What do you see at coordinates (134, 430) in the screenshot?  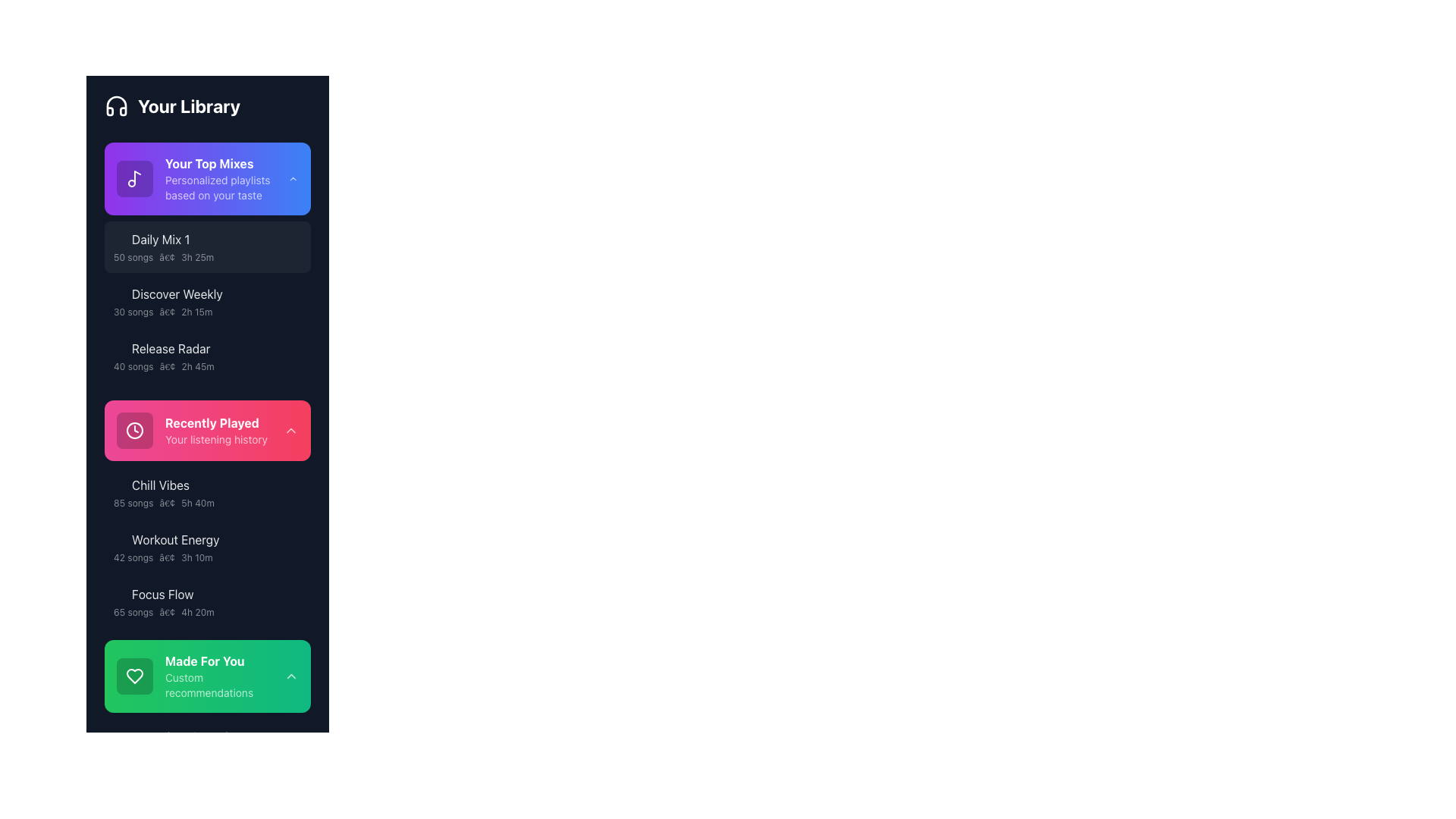 I see `the SVG circle element that visually represents the clock icon's face in the 'Recently Played' section of the app interface` at bounding box center [134, 430].